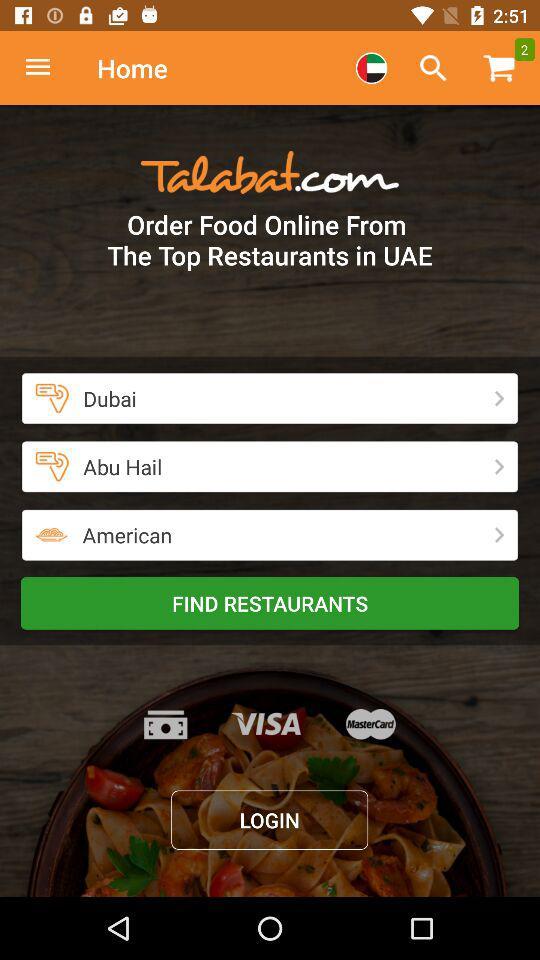  Describe the element at coordinates (432, 68) in the screenshot. I see `opens search dialogue` at that location.